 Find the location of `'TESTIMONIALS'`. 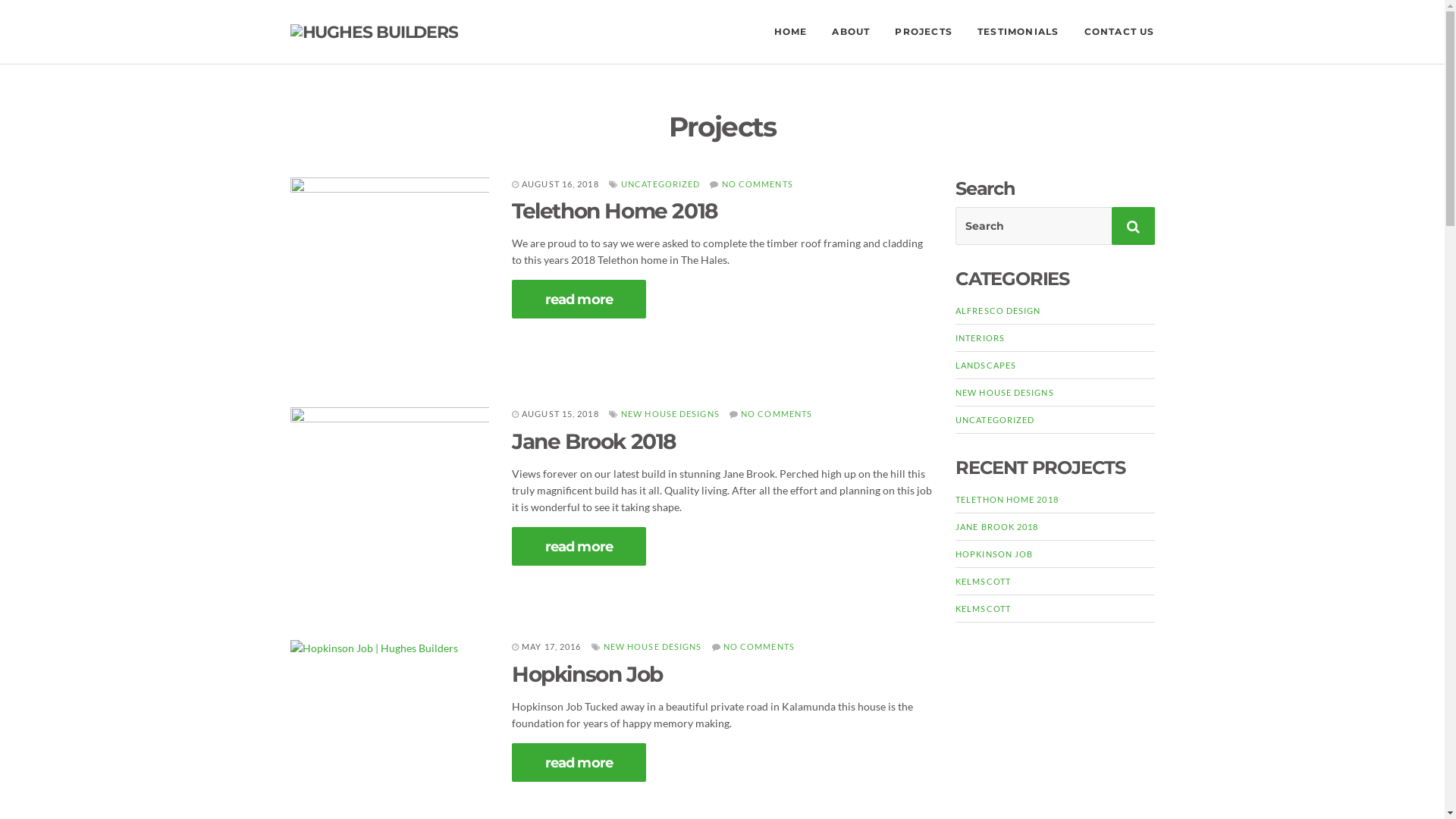

'TESTIMONIALS' is located at coordinates (1018, 33).